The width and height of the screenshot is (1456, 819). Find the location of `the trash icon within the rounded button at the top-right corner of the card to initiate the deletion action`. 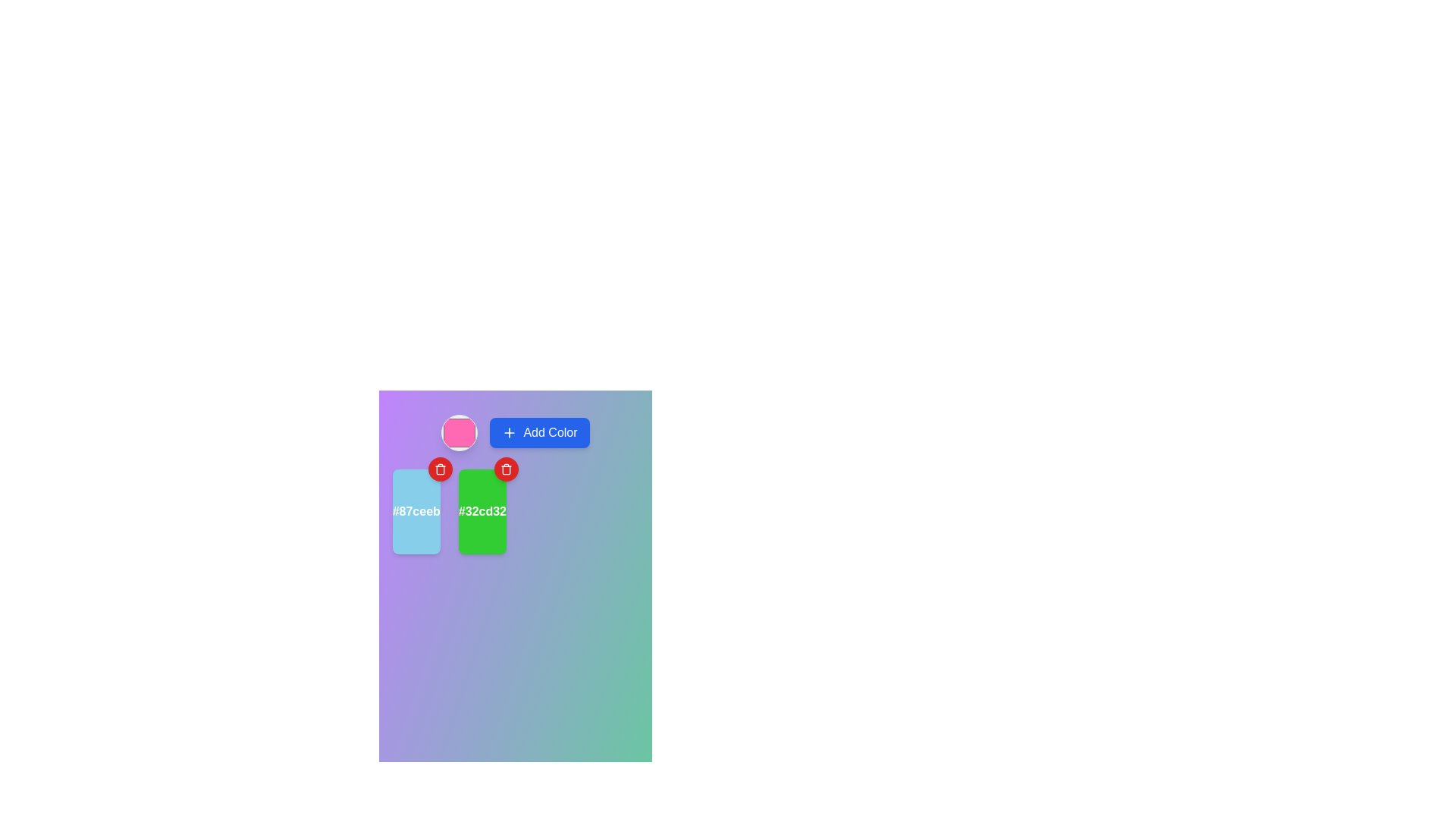

the trash icon within the rounded button at the top-right corner of the card to initiate the deletion action is located at coordinates (439, 468).